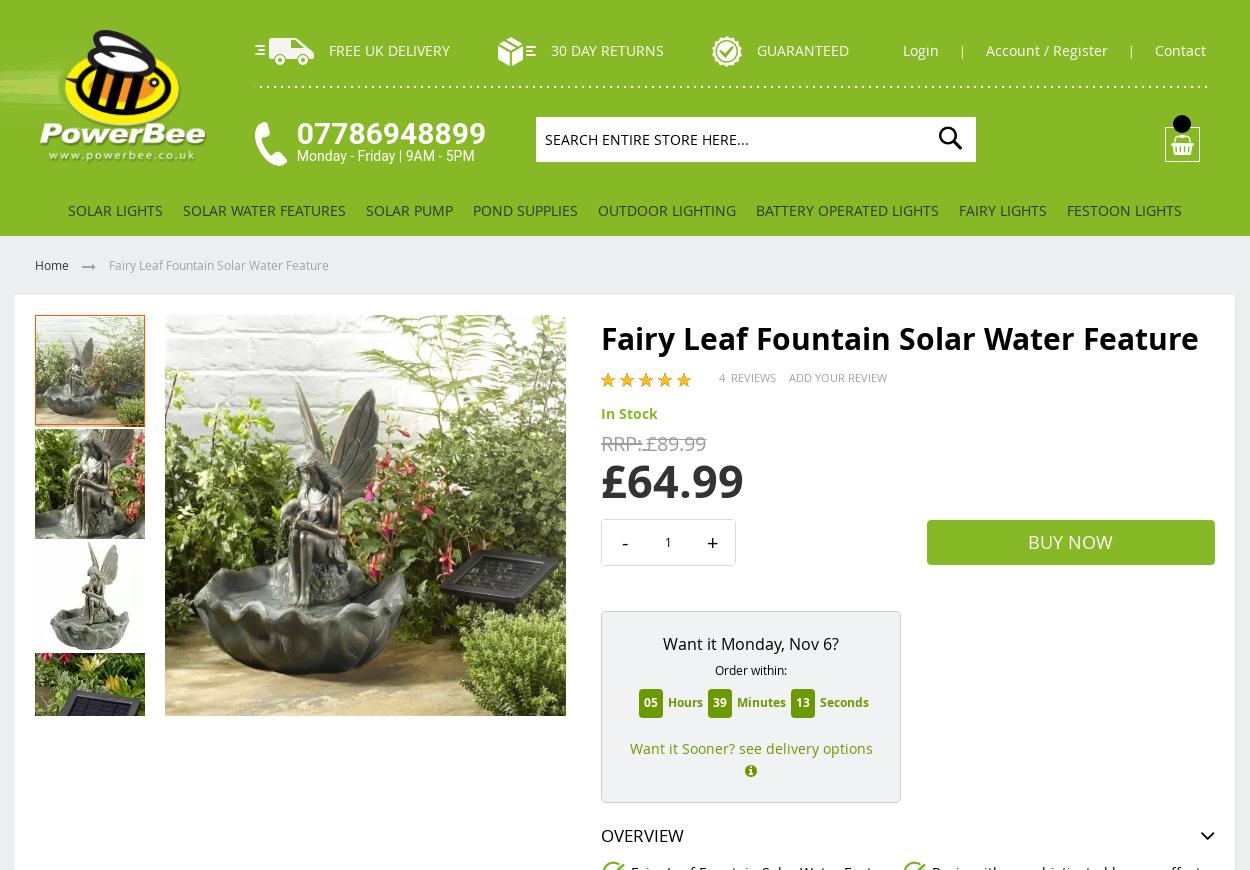  Describe the element at coordinates (629, 412) in the screenshot. I see `'In stock'` at that location.